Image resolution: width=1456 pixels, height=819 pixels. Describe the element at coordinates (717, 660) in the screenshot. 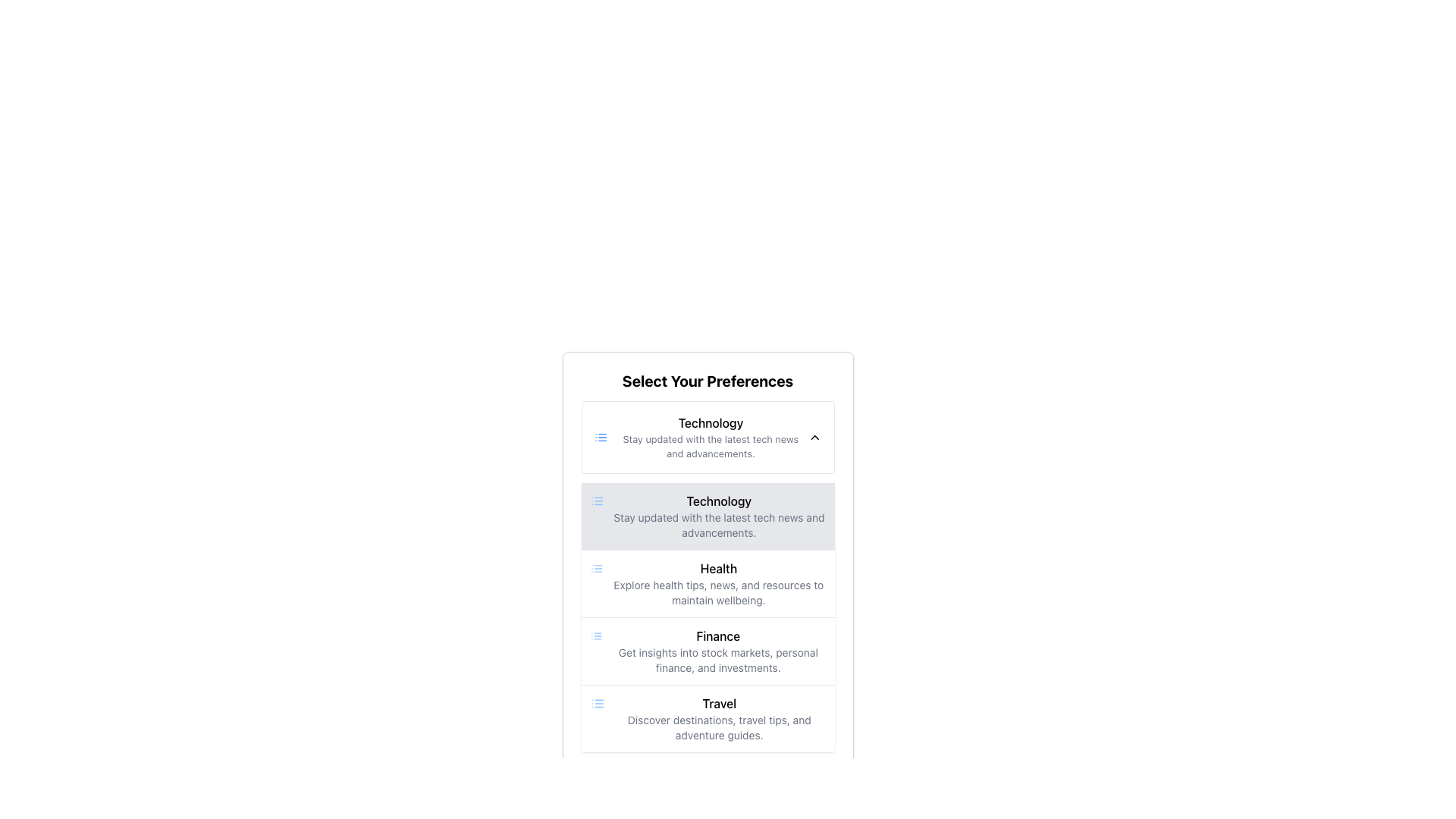

I see `the descriptive text element providing information about the 'Finance' category located under the 'Finance' heading in the preferences selection interface` at that location.